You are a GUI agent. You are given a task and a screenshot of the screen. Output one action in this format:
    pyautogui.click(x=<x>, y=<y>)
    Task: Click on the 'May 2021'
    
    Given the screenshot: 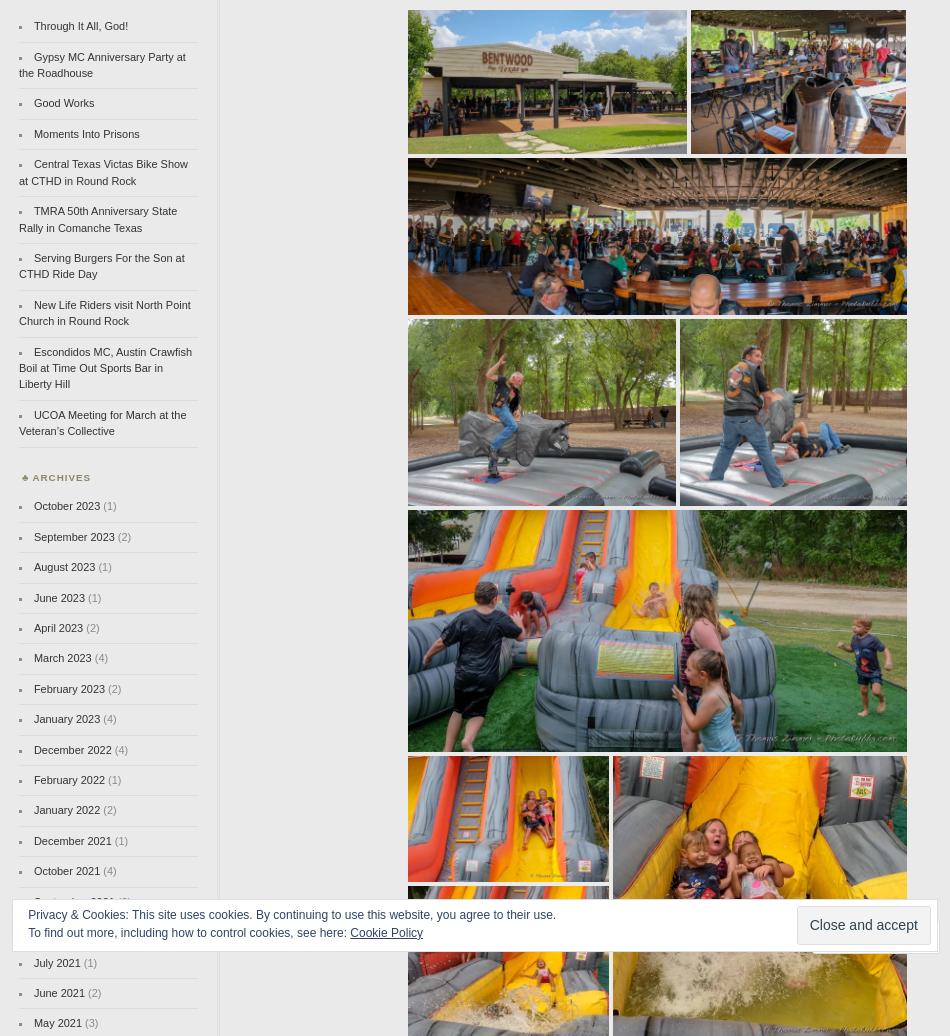 What is the action you would take?
    pyautogui.click(x=32, y=1023)
    